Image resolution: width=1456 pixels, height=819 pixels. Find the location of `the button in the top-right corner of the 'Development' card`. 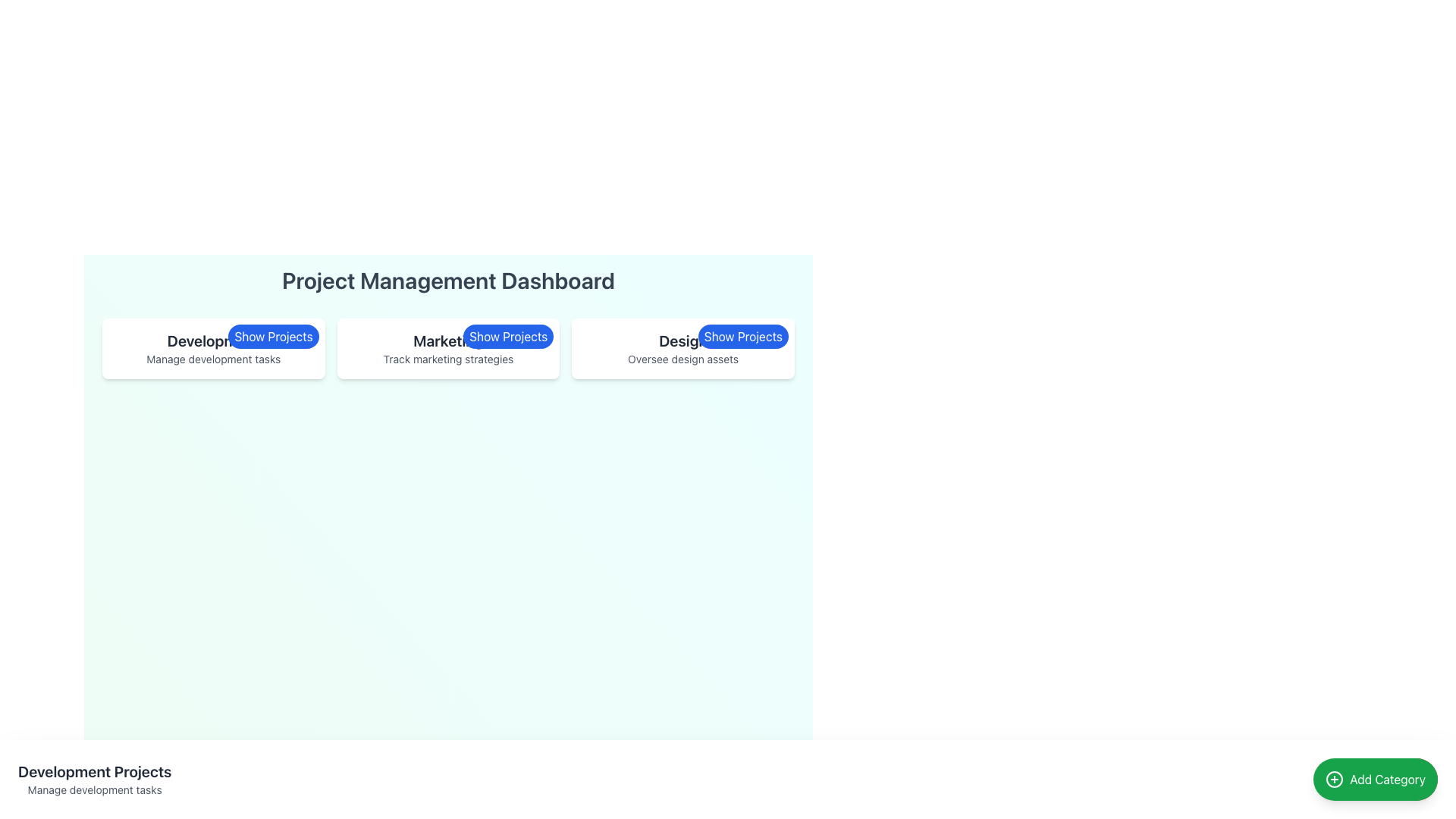

the button in the top-right corner of the 'Development' card is located at coordinates (273, 335).